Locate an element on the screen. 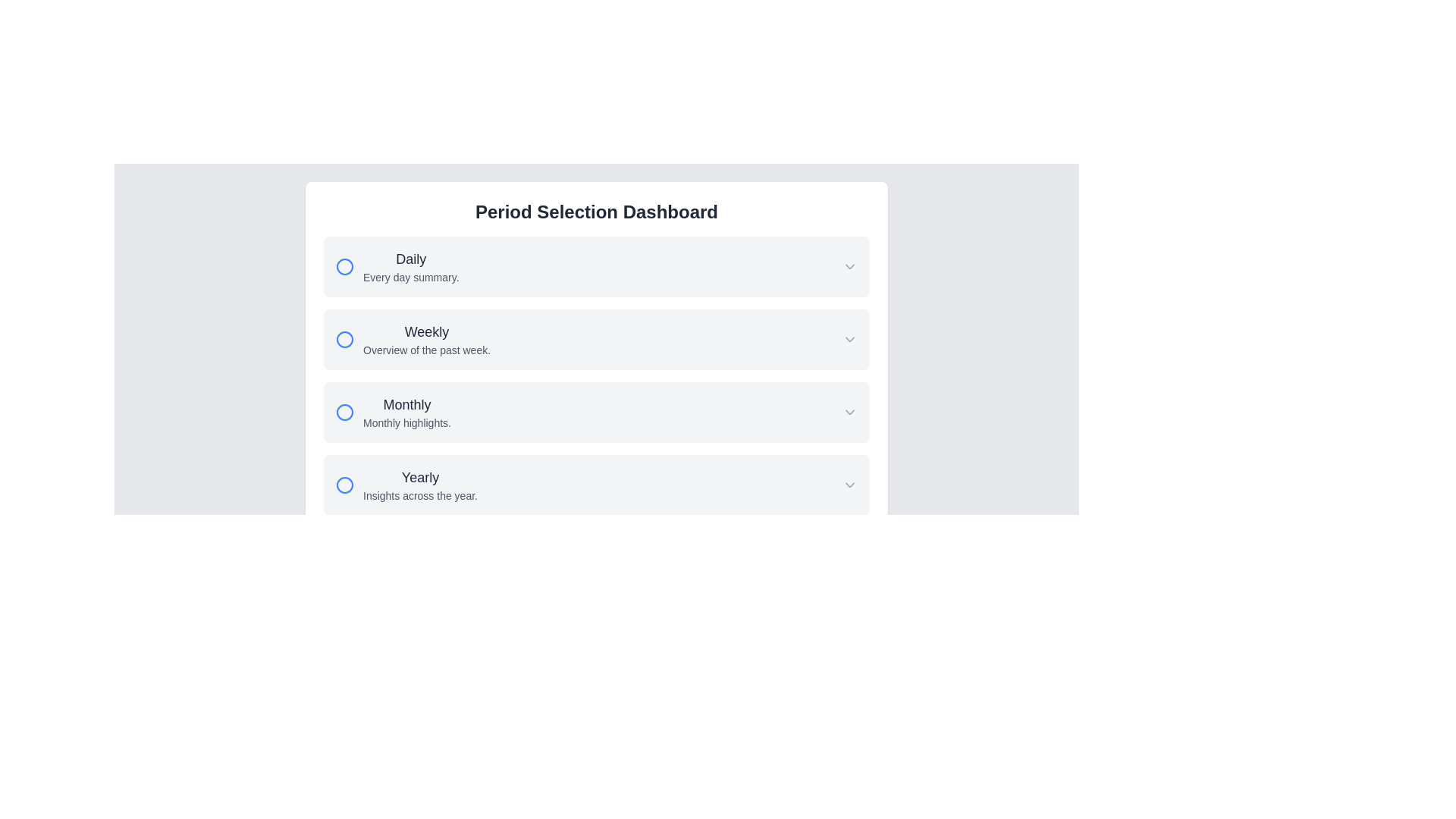 The image size is (1456, 819). the Radio Button Indicator for the 'Weekly' choice in the Period Selection Dashboard, which is positioned in the second slot adjacent to 'Weekly: Overview of the past week.' is located at coordinates (344, 338).